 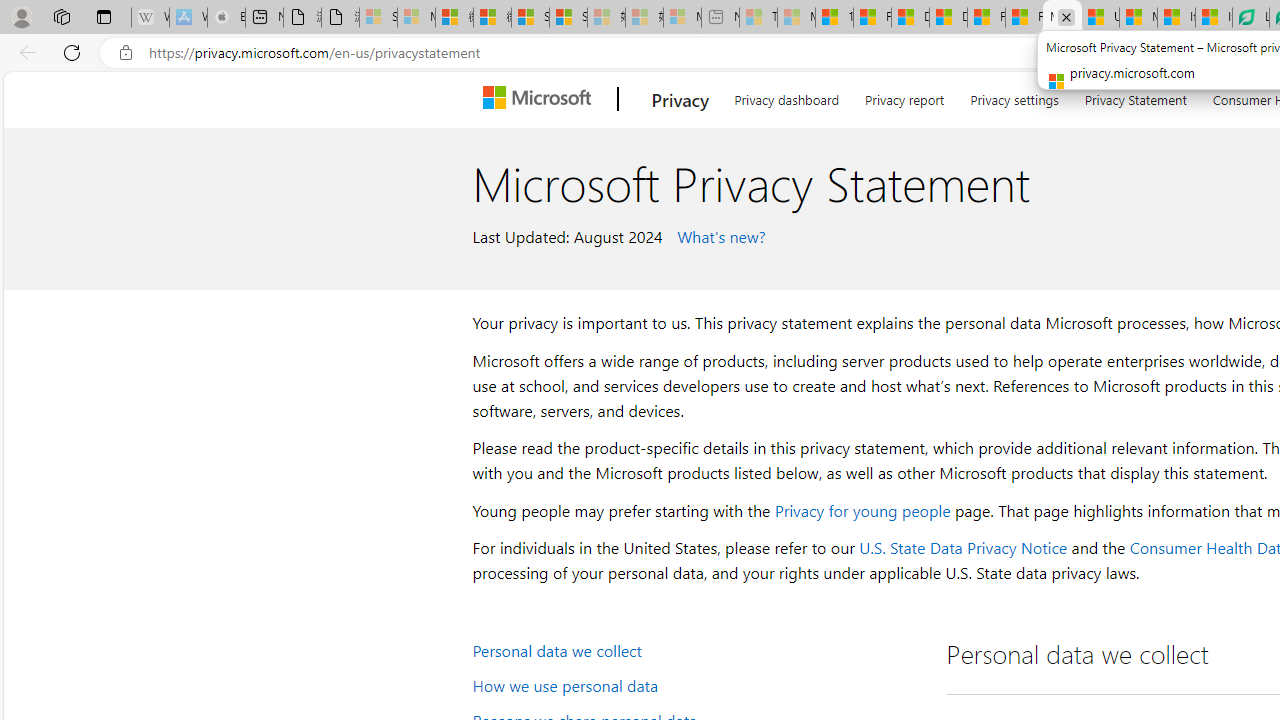 What do you see at coordinates (682, 17) in the screenshot?
I see `'Microsoft account | Account Checkup - Sleeping'` at bounding box center [682, 17].